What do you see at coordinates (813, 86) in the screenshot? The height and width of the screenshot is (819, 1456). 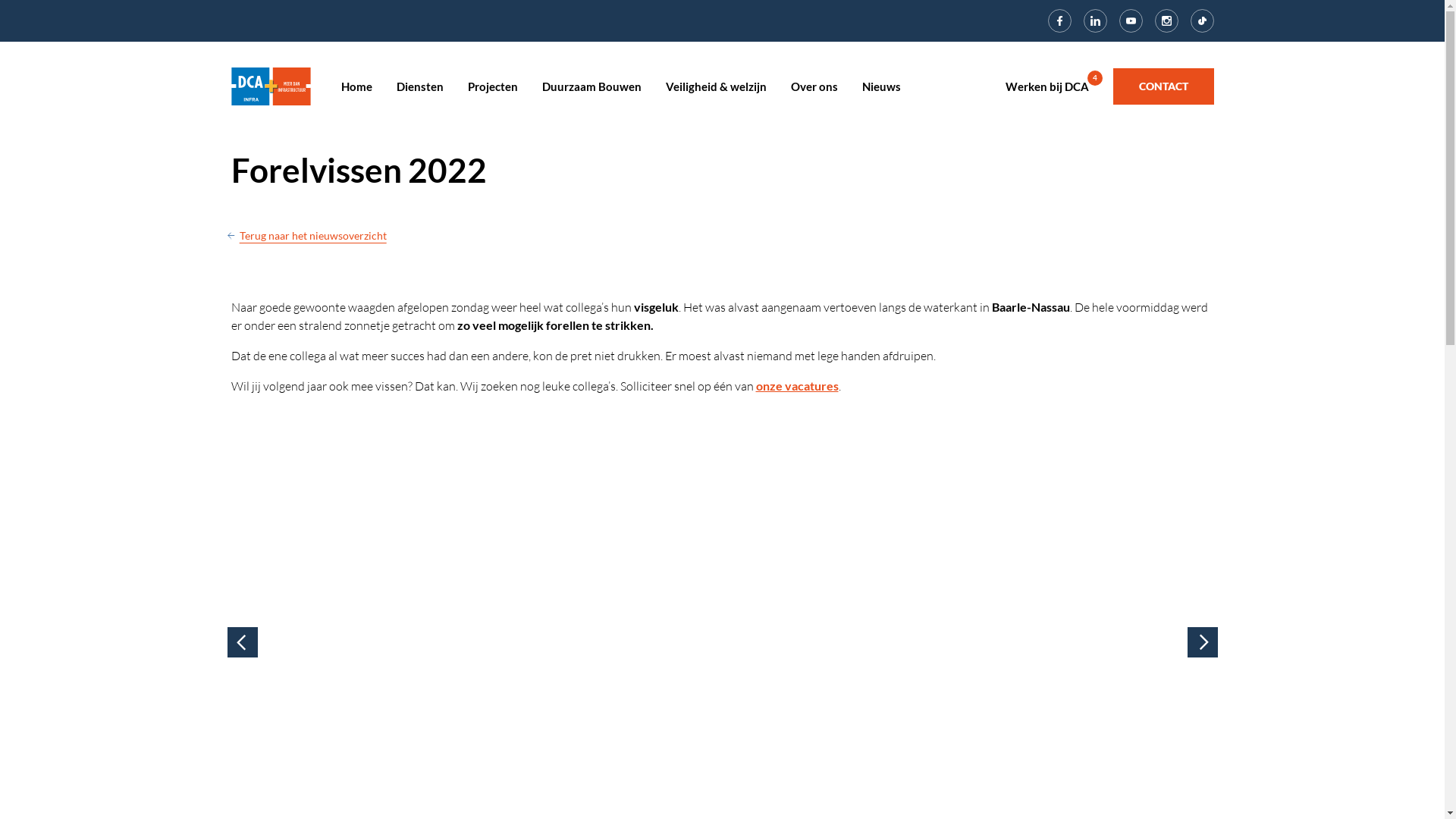 I see `'Over ons'` at bounding box center [813, 86].